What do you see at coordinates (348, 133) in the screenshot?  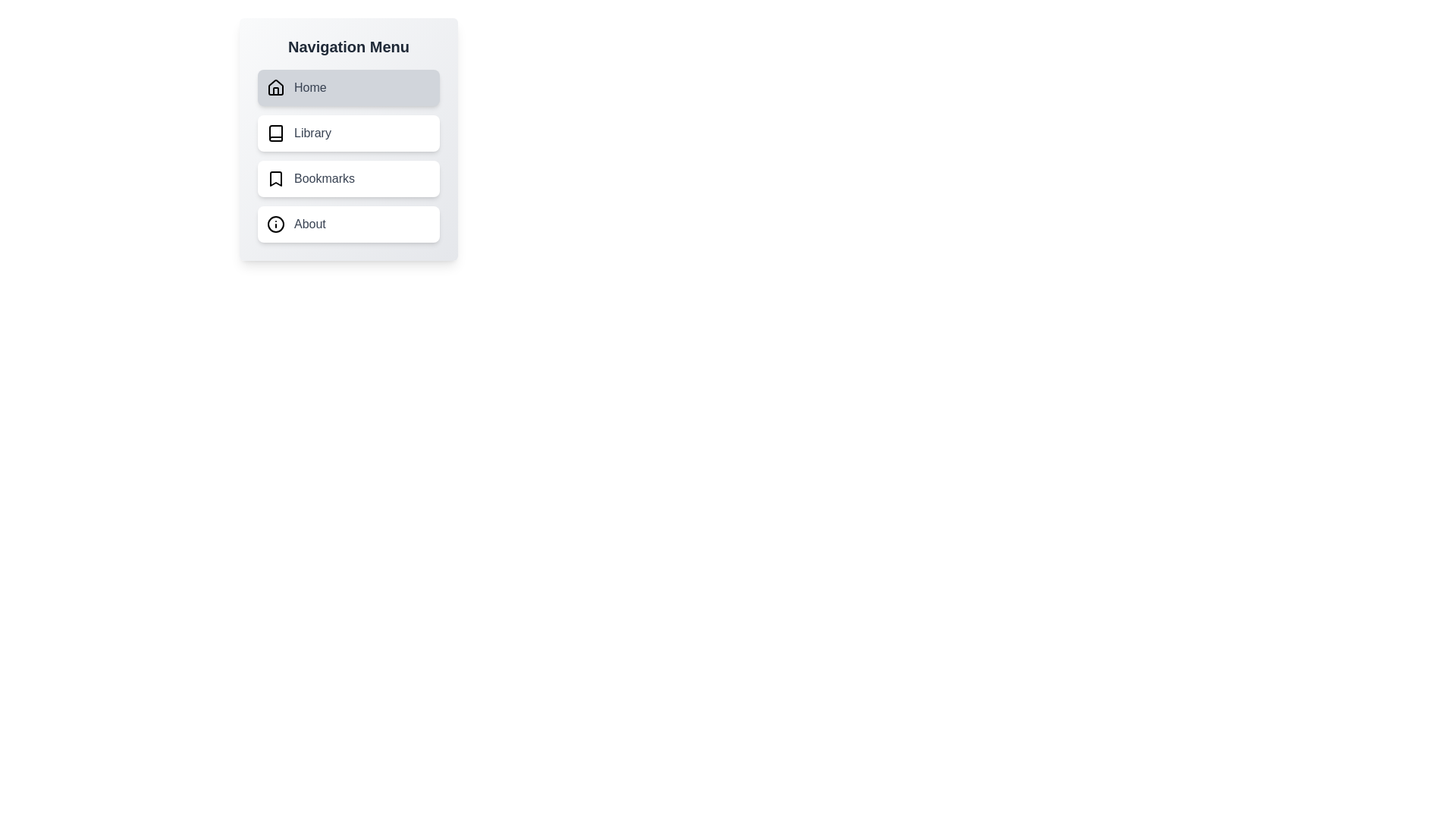 I see `the menu item corresponding to Library` at bounding box center [348, 133].